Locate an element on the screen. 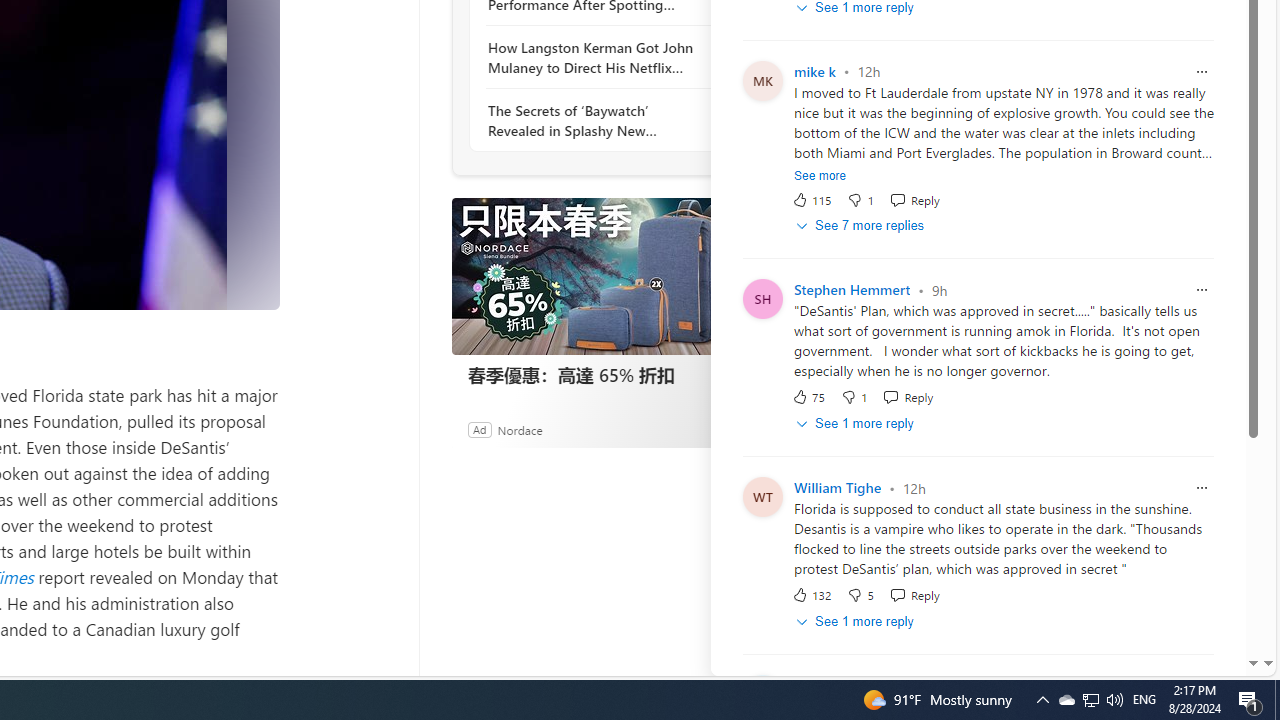 Image resolution: width=1280 pixels, height=720 pixels. 'Nordace' is located at coordinates (519, 428).